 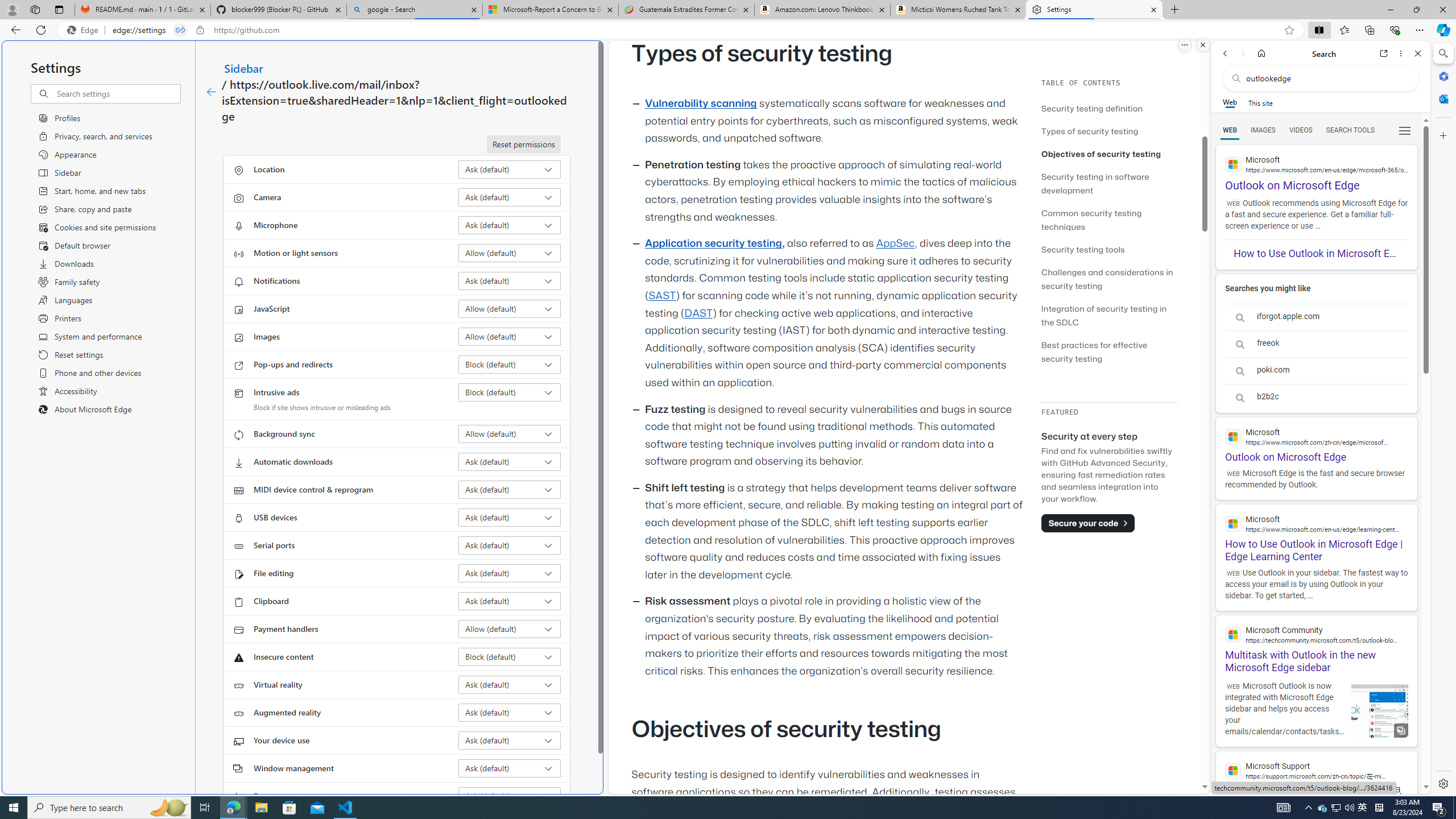 I want to click on 'Edge', so click(x=84, y=30).